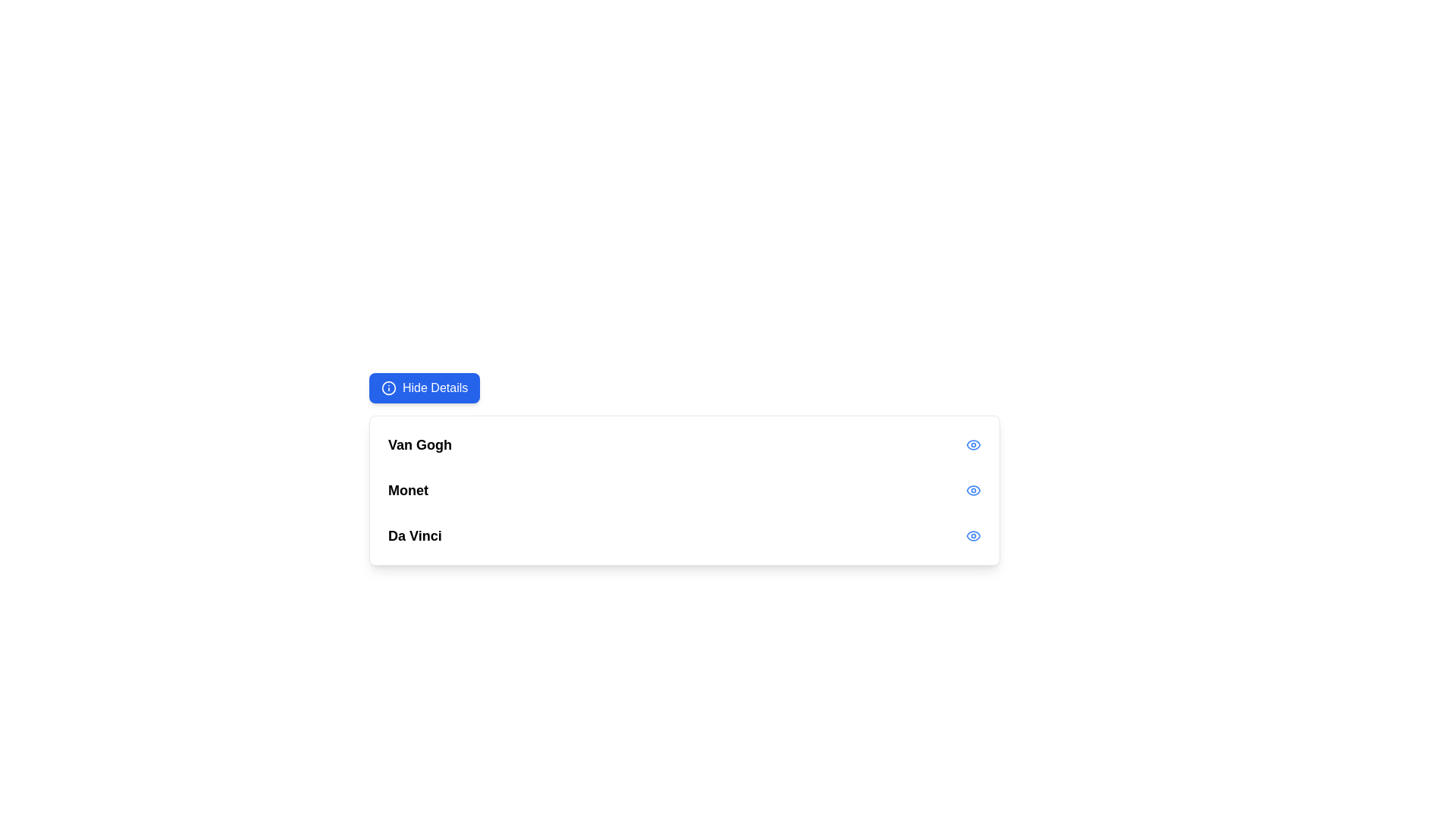  Describe the element at coordinates (973, 444) in the screenshot. I see `the hollow eye-shaped icon with a blue outline` at that location.